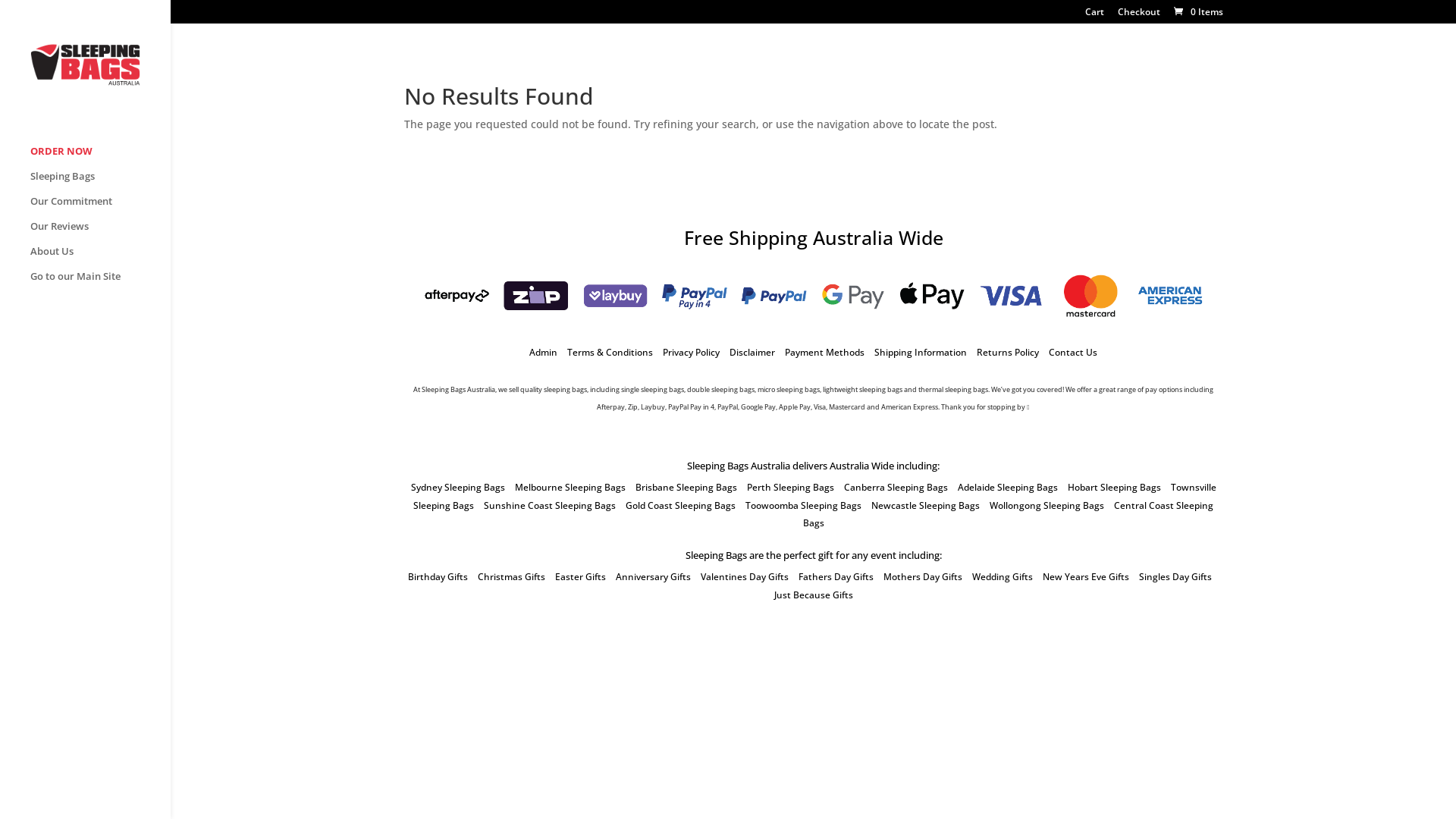 The width and height of the screenshot is (1456, 819). What do you see at coordinates (543, 352) in the screenshot?
I see `'Admin'` at bounding box center [543, 352].